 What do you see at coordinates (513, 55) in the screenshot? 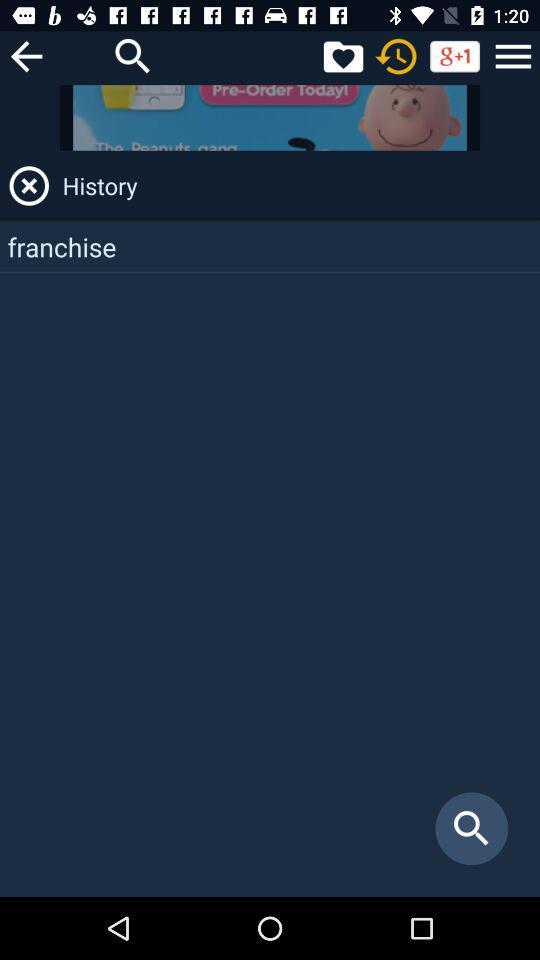
I see `option and other services` at bounding box center [513, 55].